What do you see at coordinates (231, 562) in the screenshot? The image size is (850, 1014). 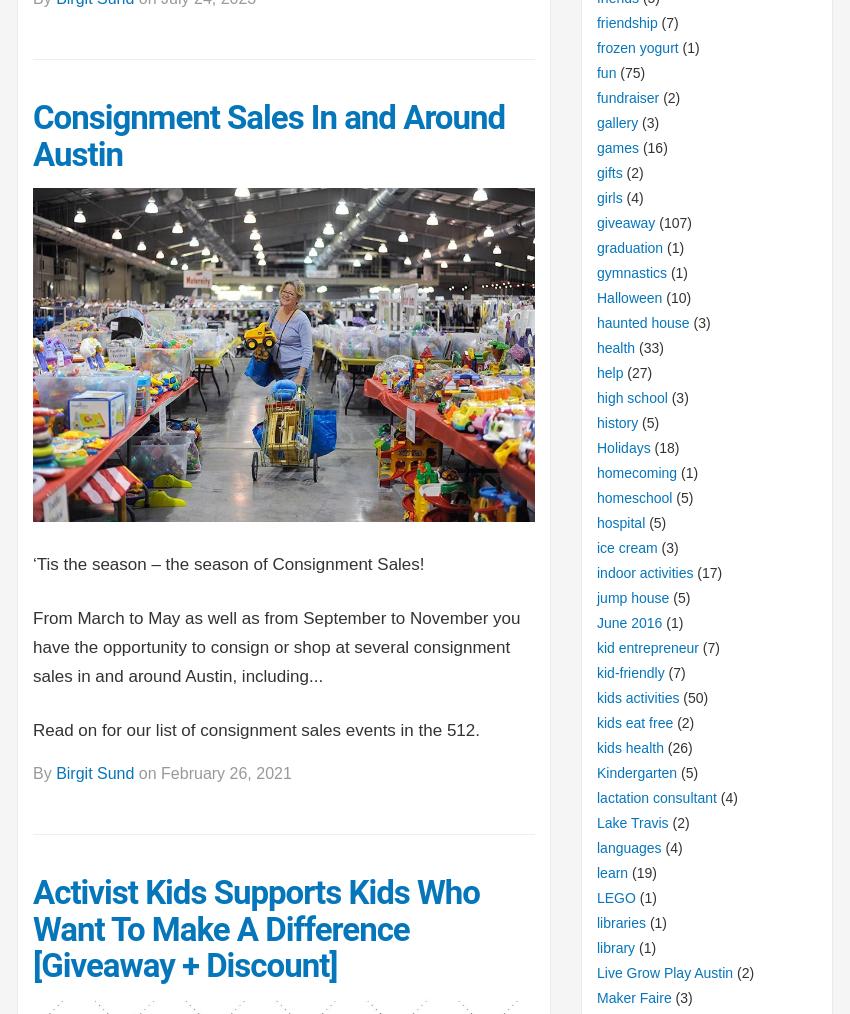 I see `'‘Tis the season – the season of Consignment Sales!'` at bounding box center [231, 562].